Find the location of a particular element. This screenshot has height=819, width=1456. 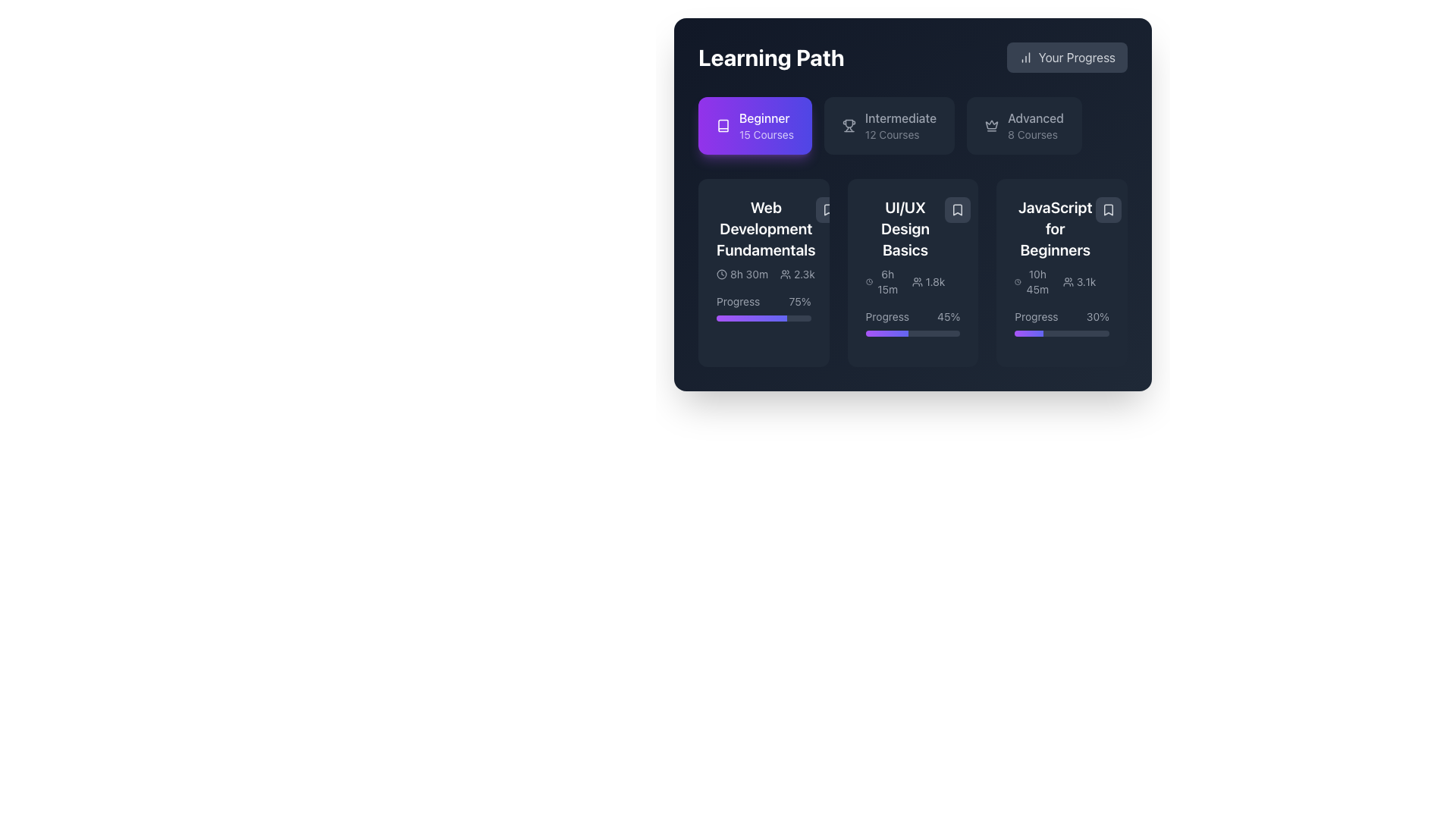

the progress value is located at coordinates (1073, 332).